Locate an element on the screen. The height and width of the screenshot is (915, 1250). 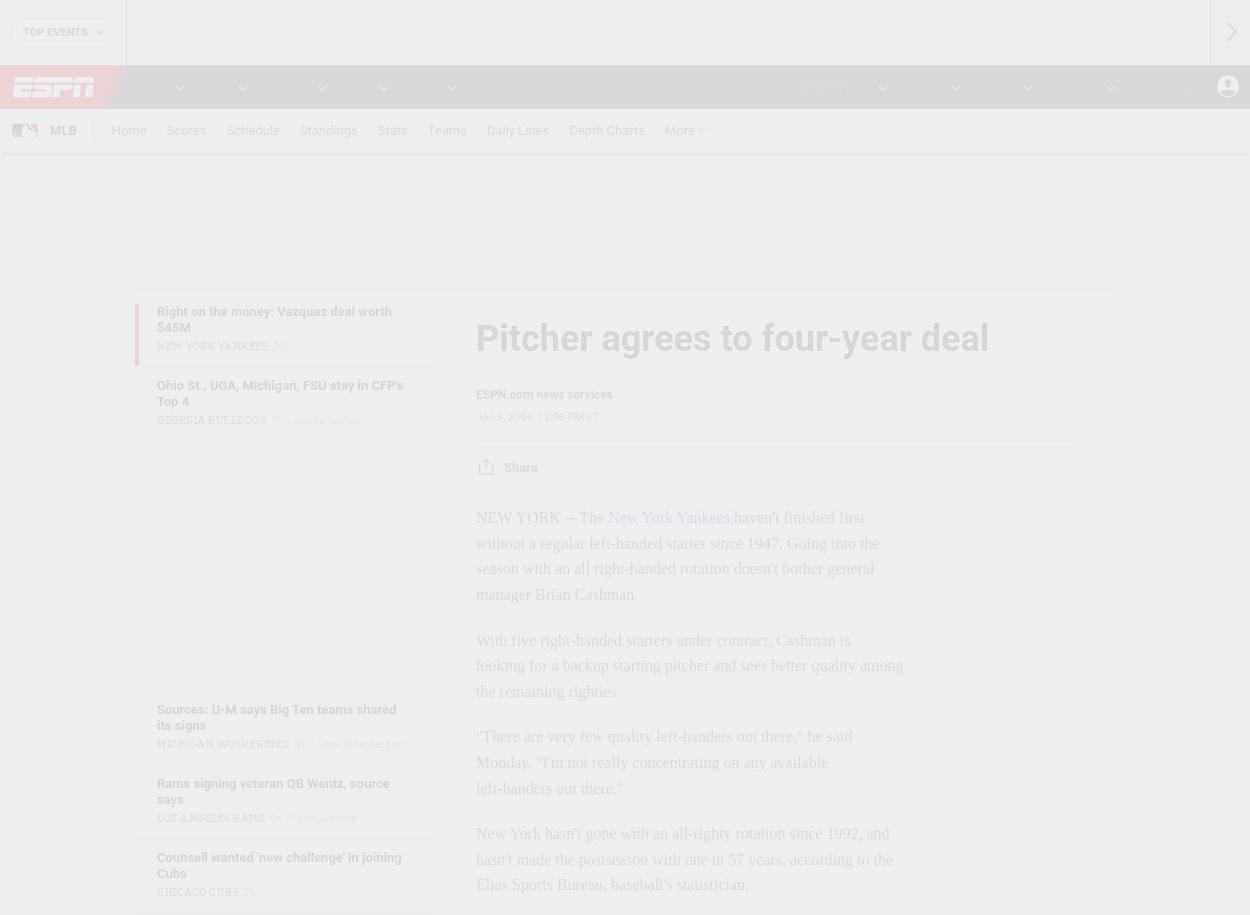
'"There are very few quality left-handers out there," he said' is located at coordinates (664, 736).